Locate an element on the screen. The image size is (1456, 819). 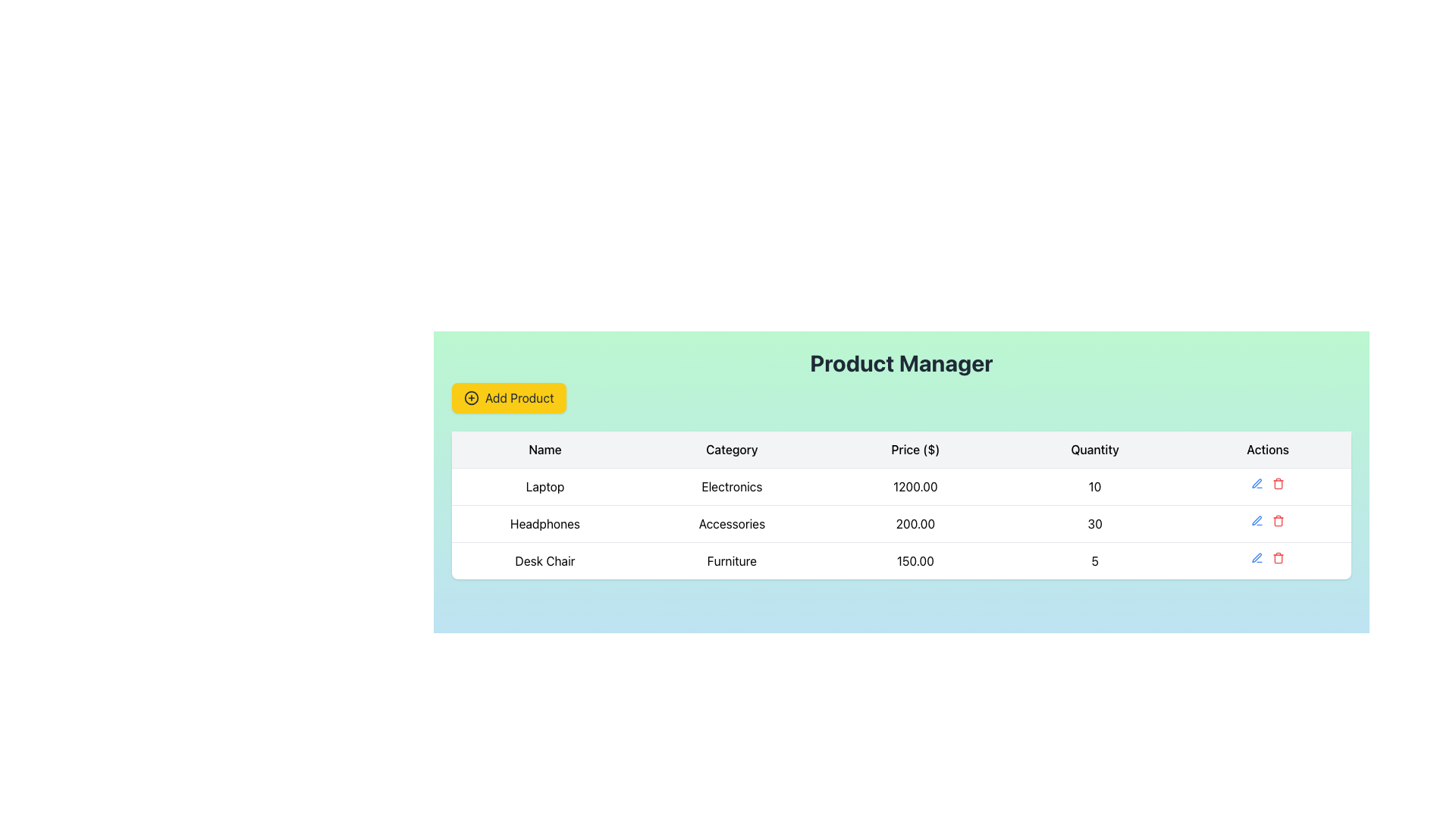
the static text field displaying the quantity value for 'Desk Chair' in the product management interface, which is located in the fourth column of the last row under the 'Quantity' column is located at coordinates (1095, 560).